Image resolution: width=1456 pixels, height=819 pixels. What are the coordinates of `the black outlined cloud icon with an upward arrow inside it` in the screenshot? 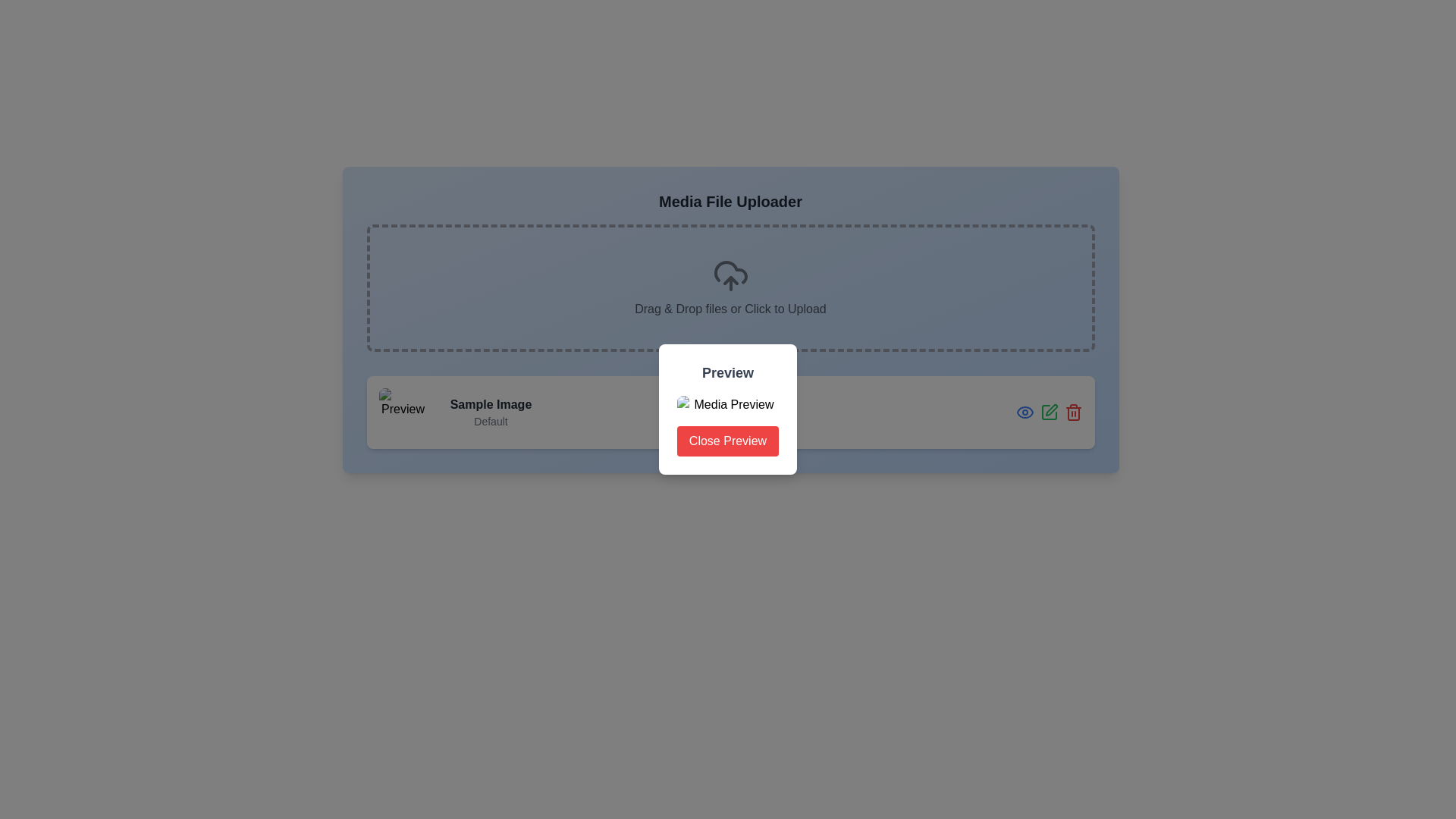 It's located at (730, 275).